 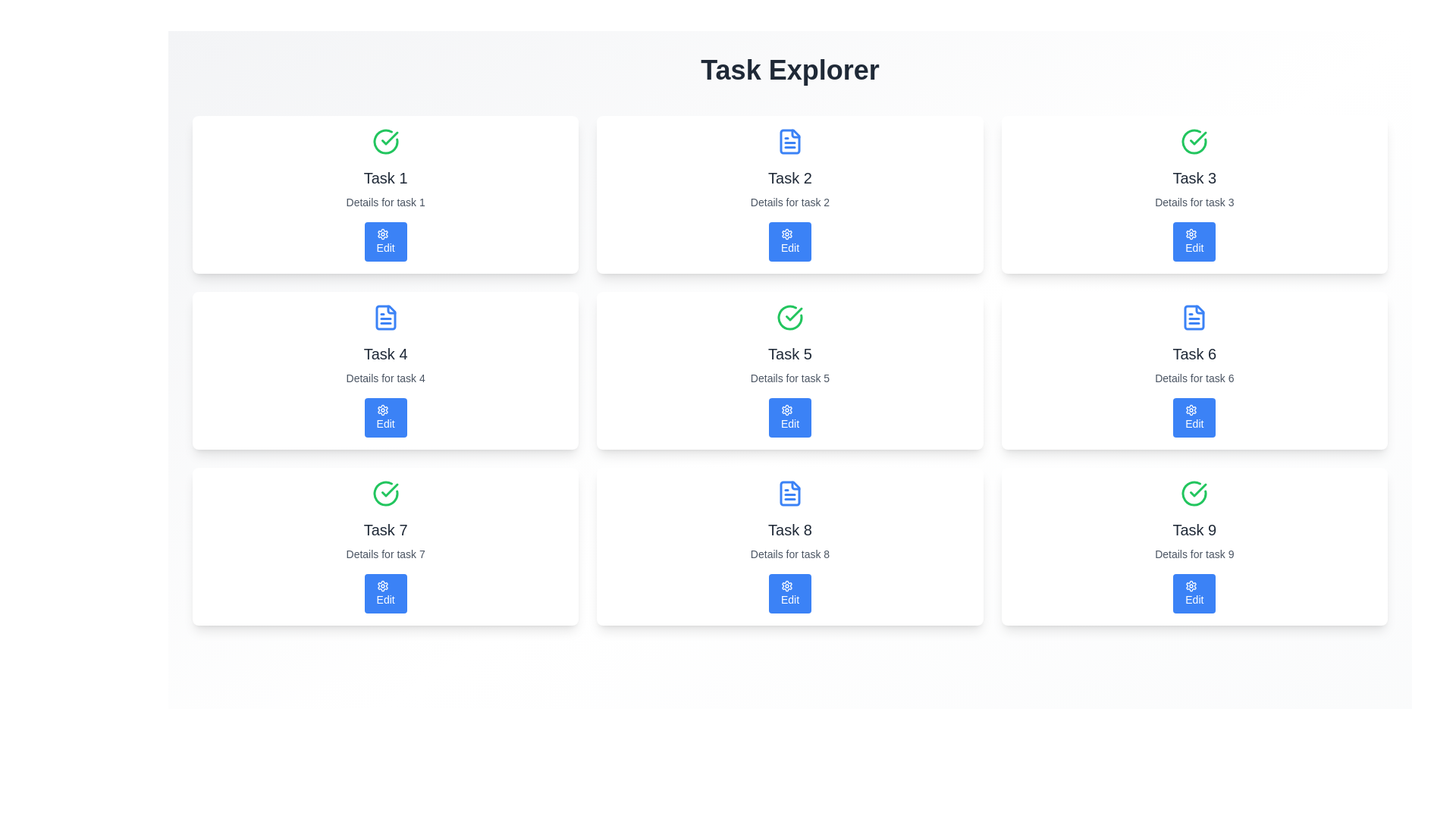 What do you see at coordinates (385, 494) in the screenshot?
I see `the circular icon with a green border and checkmark symbol, located above the 'Task 7' card in the third row, first column of the task grid` at bounding box center [385, 494].